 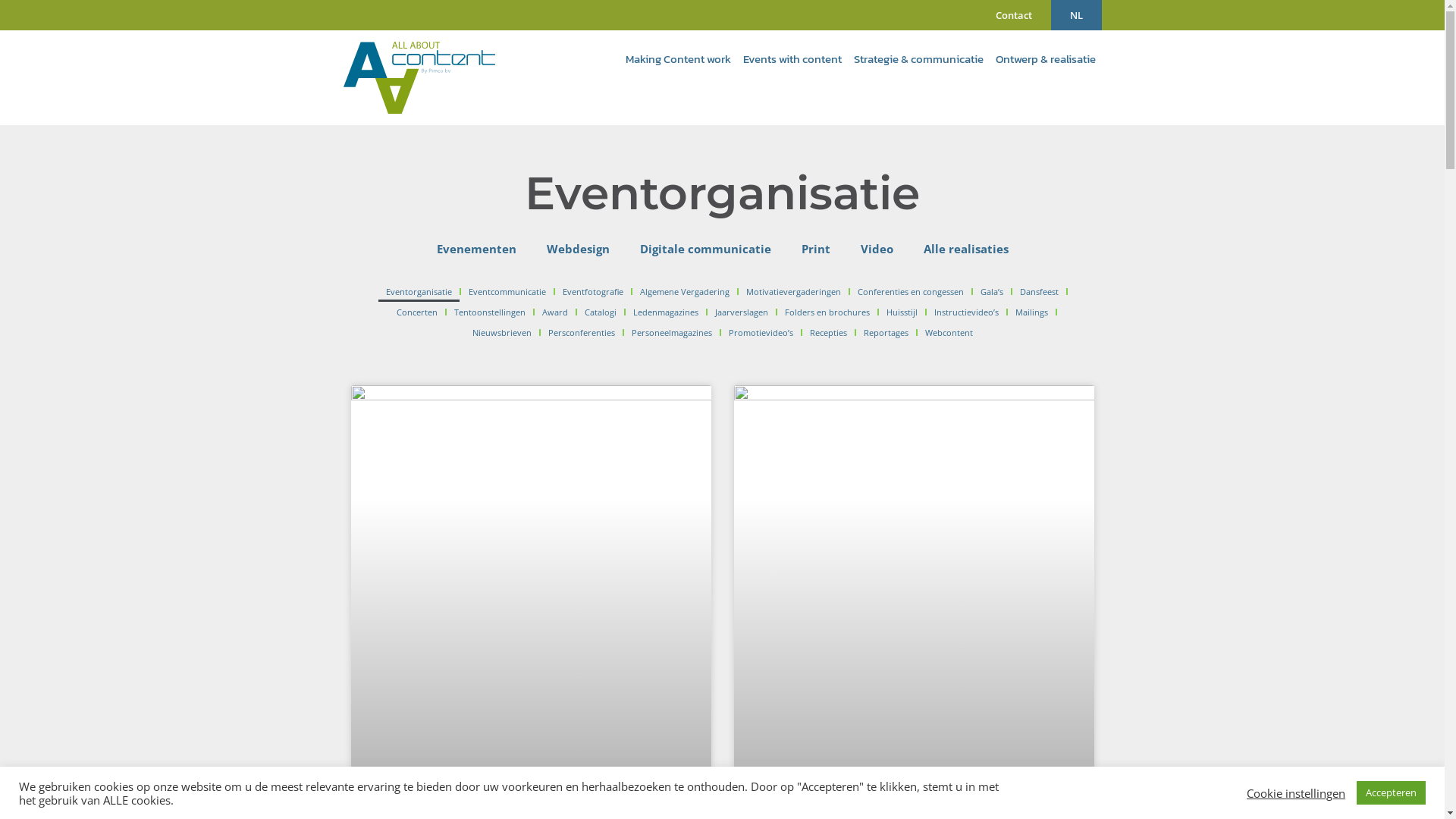 What do you see at coordinates (918, 58) in the screenshot?
I see `'Strategie & communicatie'` at bounding box center [918, 58].